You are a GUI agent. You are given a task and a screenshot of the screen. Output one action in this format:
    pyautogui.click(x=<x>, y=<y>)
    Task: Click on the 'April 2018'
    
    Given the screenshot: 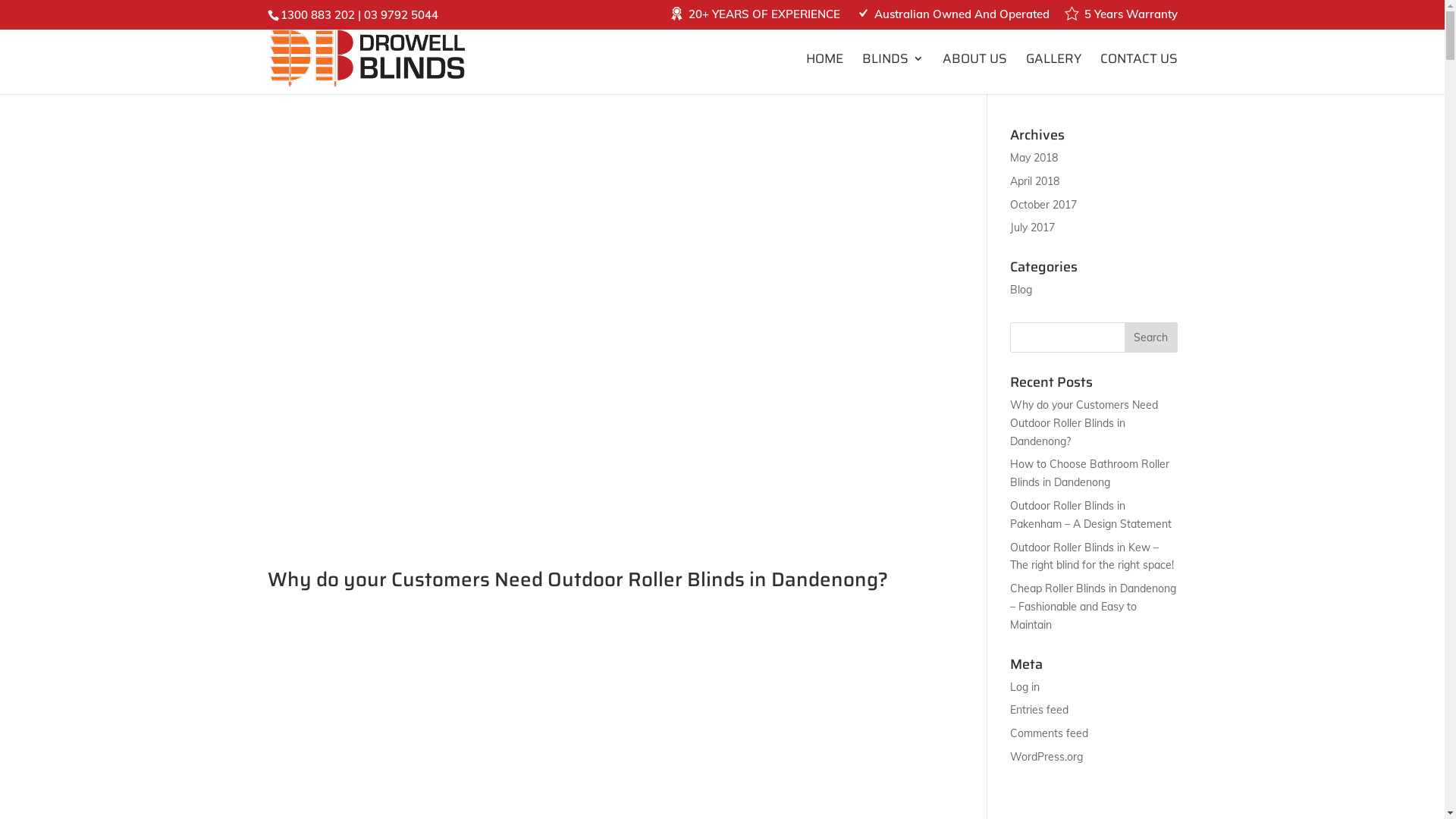 What is the action you would take?
    pyautogui.click(x=1034, y=180)
    